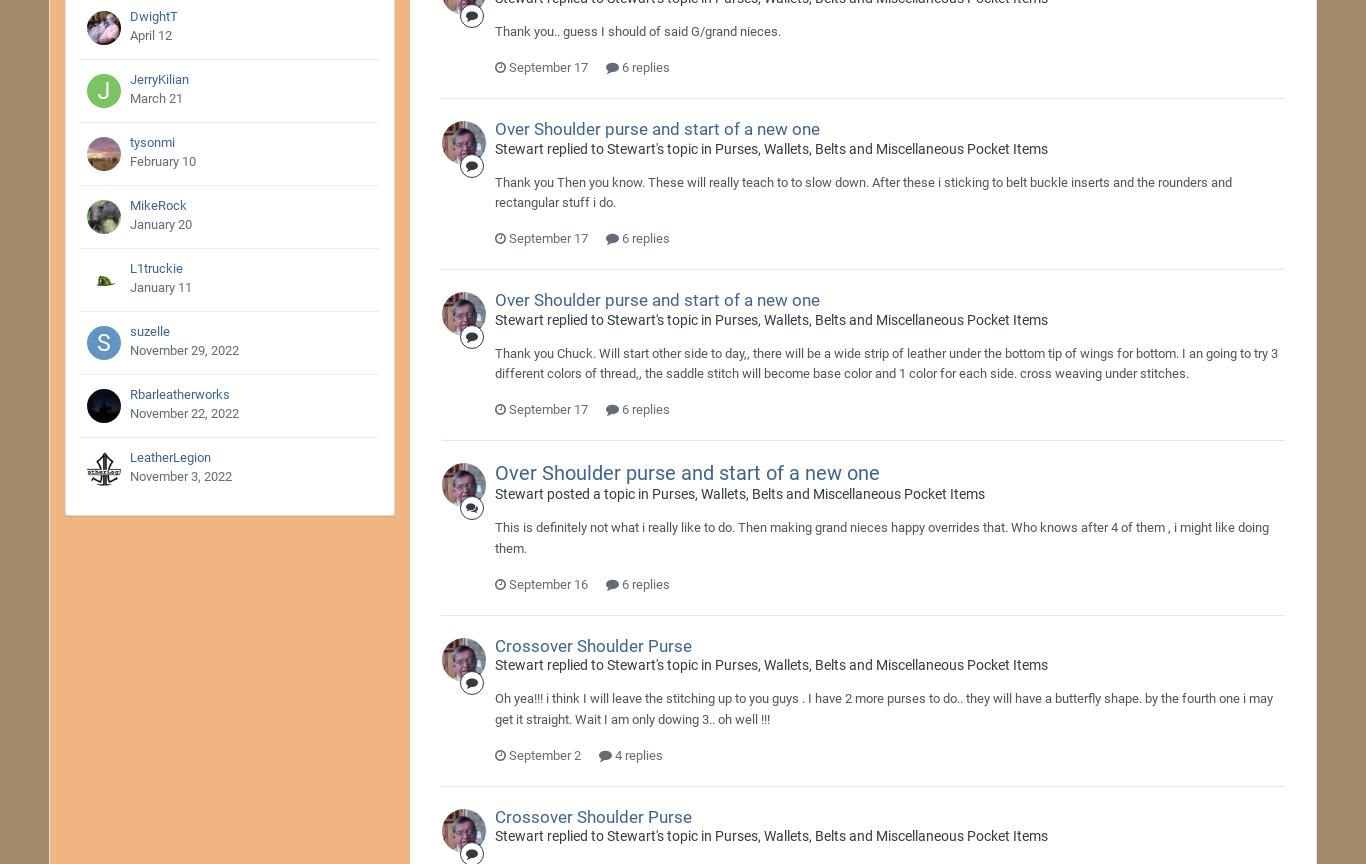 The image size is (1366, 864). I want to click on 'November 29, 2022', so click(183, 349).